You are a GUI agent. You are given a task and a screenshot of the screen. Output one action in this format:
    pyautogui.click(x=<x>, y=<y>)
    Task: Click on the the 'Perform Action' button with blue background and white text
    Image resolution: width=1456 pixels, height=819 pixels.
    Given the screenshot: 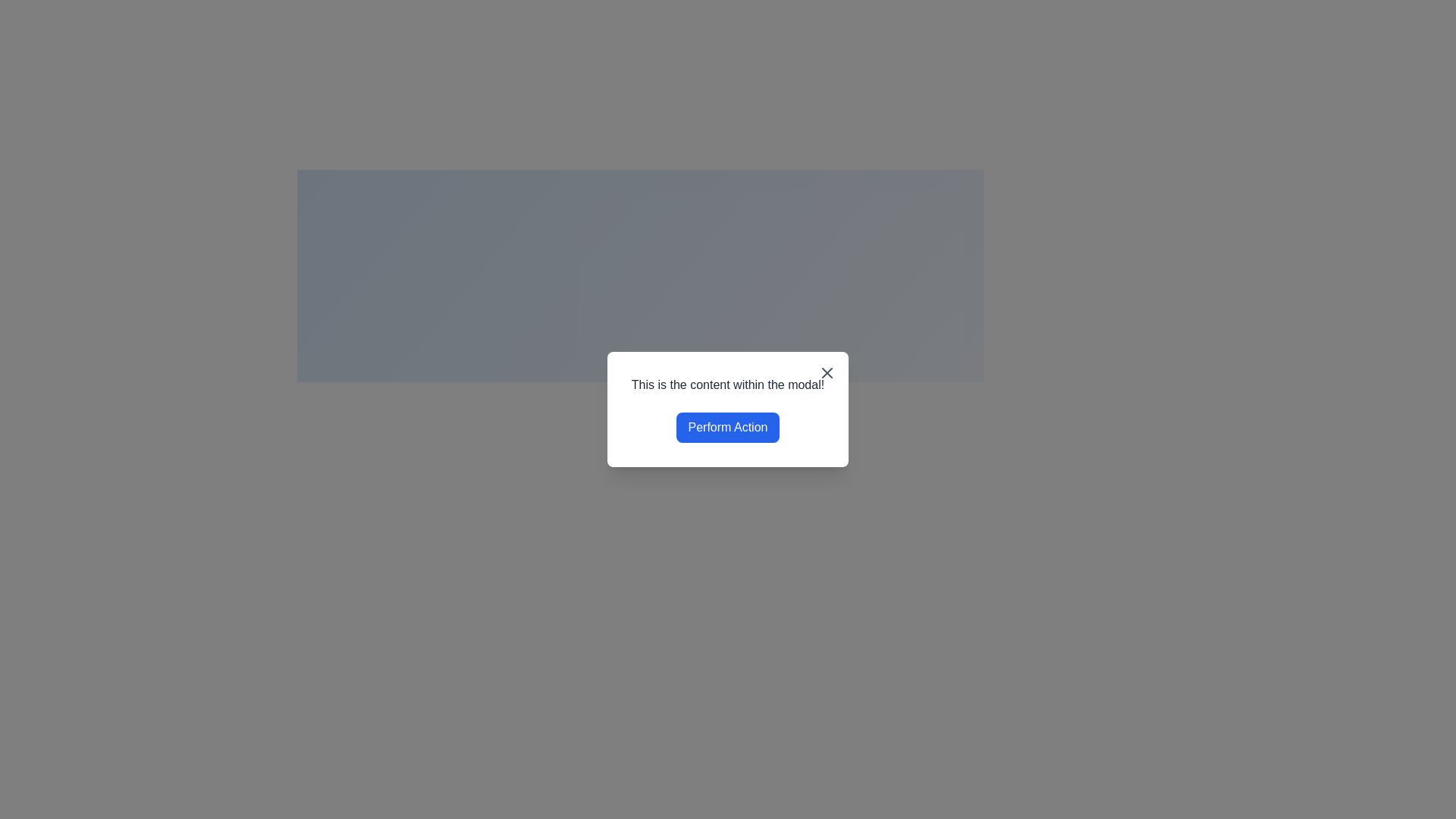 What is the action you would take?
    pyautogui.click(x=728, y=427)
    